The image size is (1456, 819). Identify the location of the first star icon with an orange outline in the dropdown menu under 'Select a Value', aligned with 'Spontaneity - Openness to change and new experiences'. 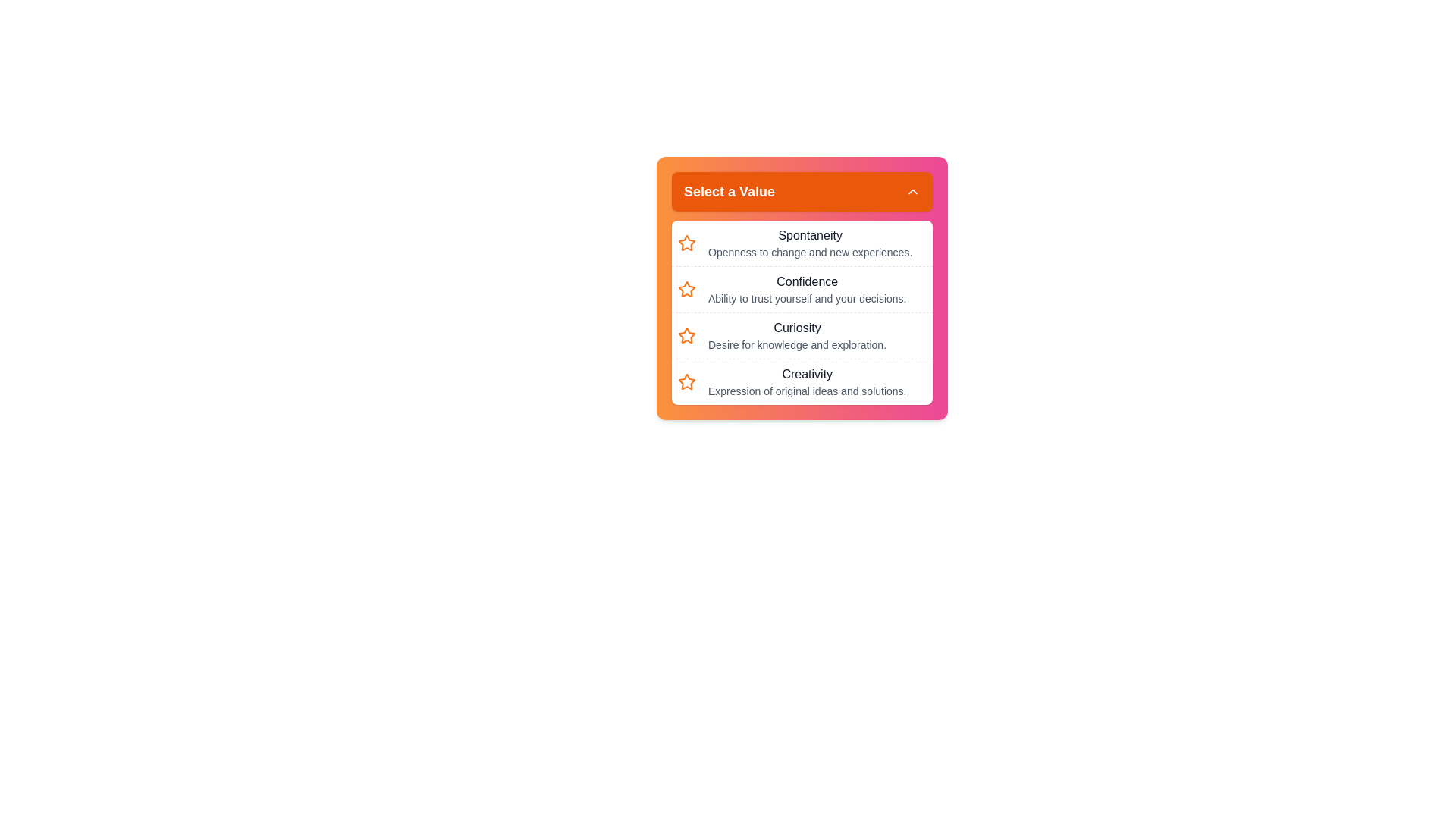
(686, 242).